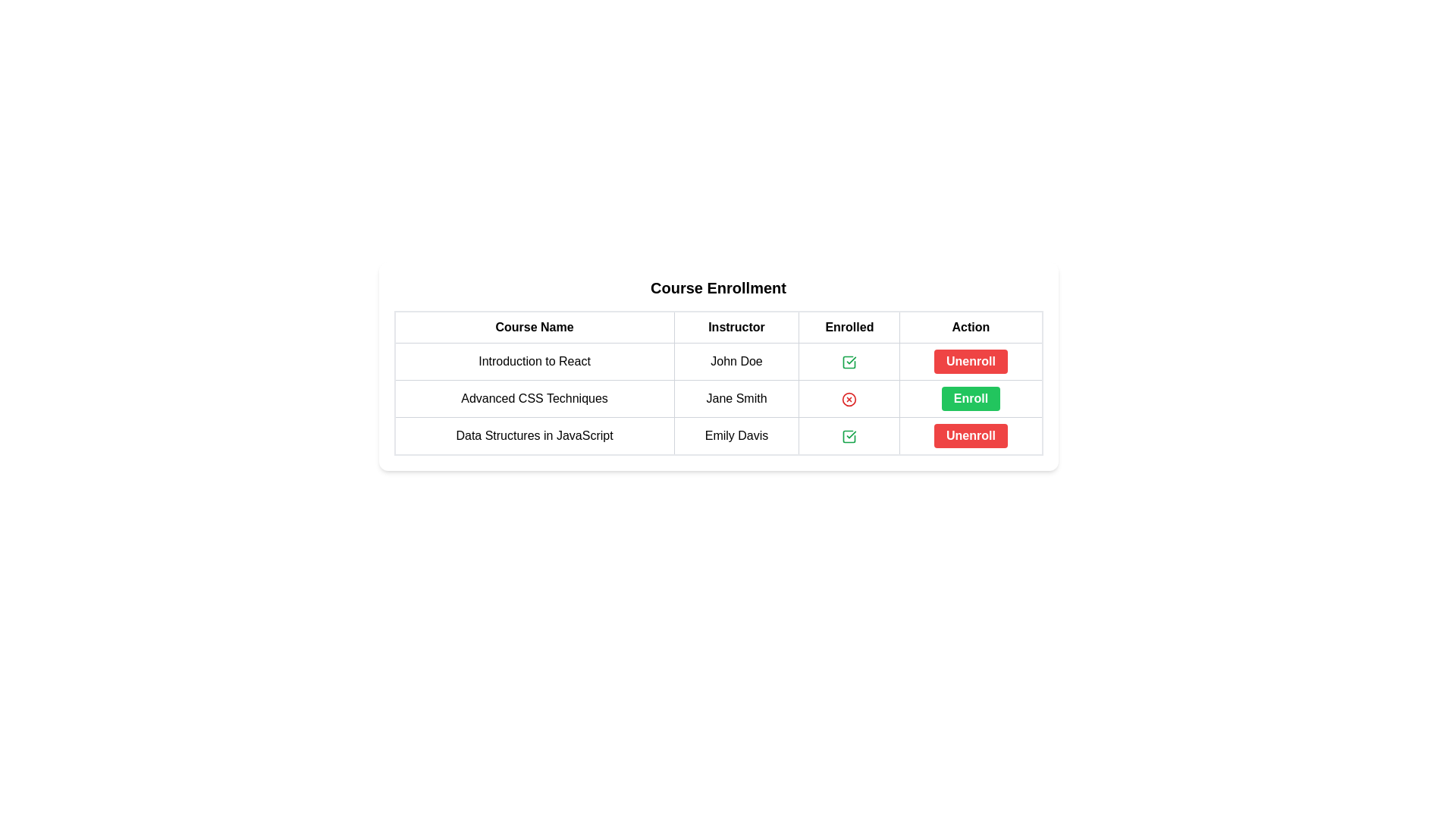 The width and height of the screenshot is (1456, 819). Describe the element at coordinates (849, 362) in the screenshot. I see `the green outlined square icon with a checkmark located in the 'Enrolled' column for 'Data Structures in JavaScript'` at that location.